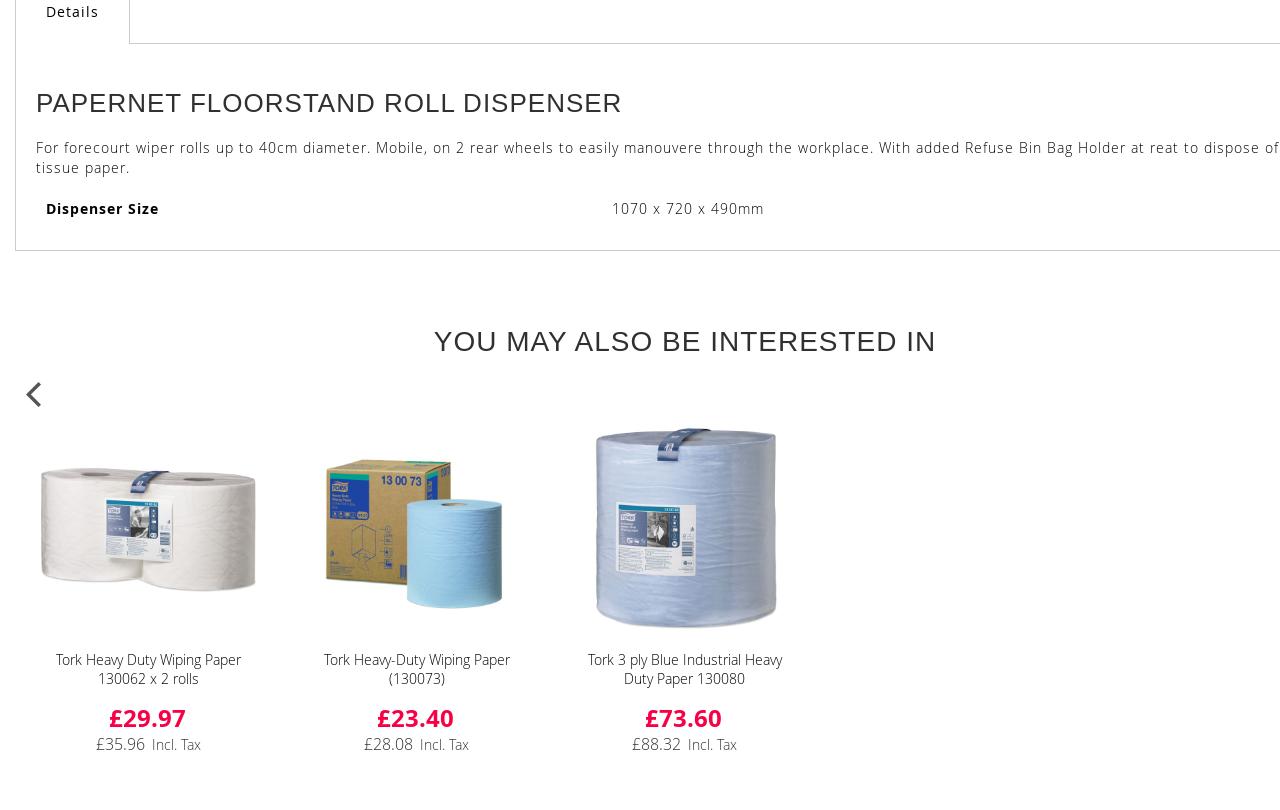  I want to click on '£23.40', so click(413, 716).